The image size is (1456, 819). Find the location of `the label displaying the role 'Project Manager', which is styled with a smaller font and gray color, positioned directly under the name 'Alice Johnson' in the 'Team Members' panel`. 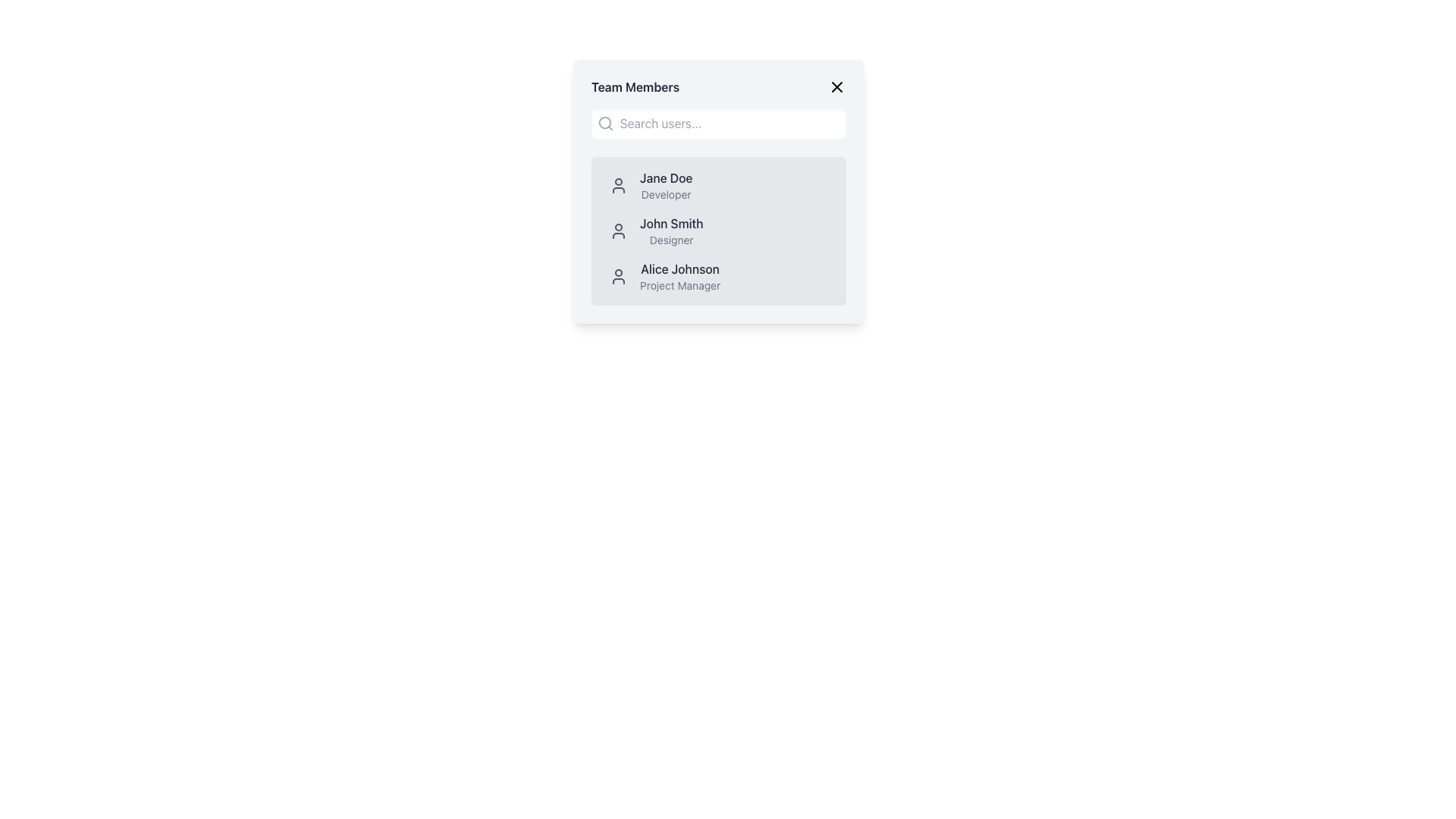

the label displaying the role 'Project Manager', which is styled with a smaller font and gray color, positioned directly under the name 'Alice Johnson' in the 'Team Members' panel is located at coordinates (679, 286).